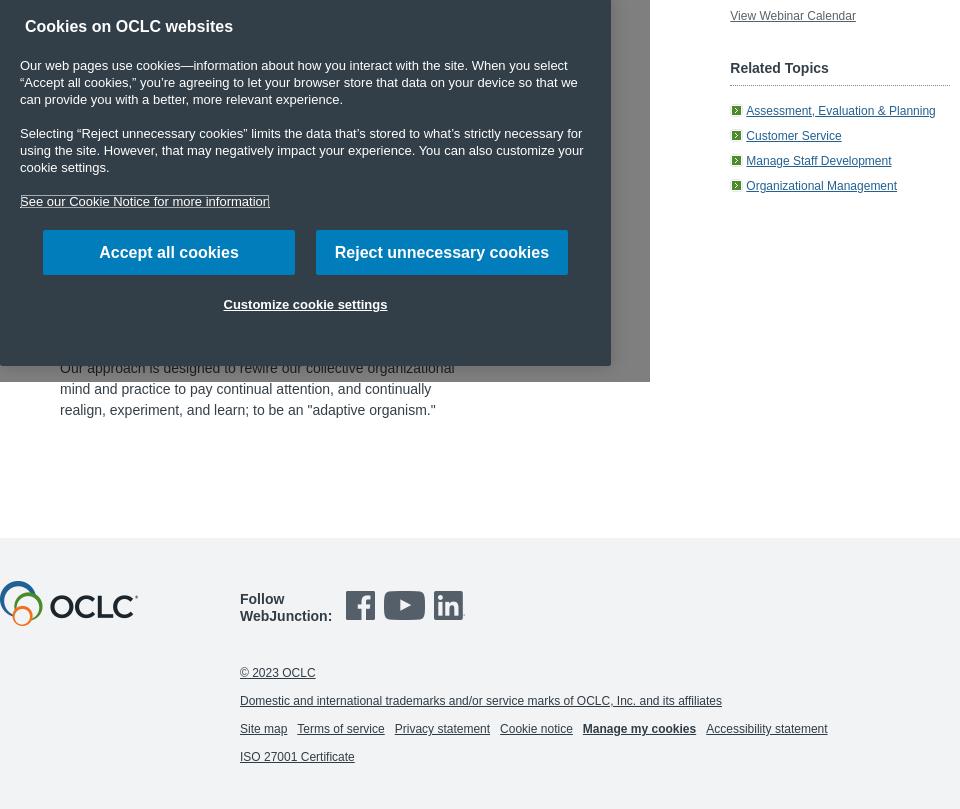 The image size is (960, 809). What do you see at coordinates (840, 110) in the screenshot?
I see `'Assessment, Evaluation & Planning'` at bounding box center [840, 110].